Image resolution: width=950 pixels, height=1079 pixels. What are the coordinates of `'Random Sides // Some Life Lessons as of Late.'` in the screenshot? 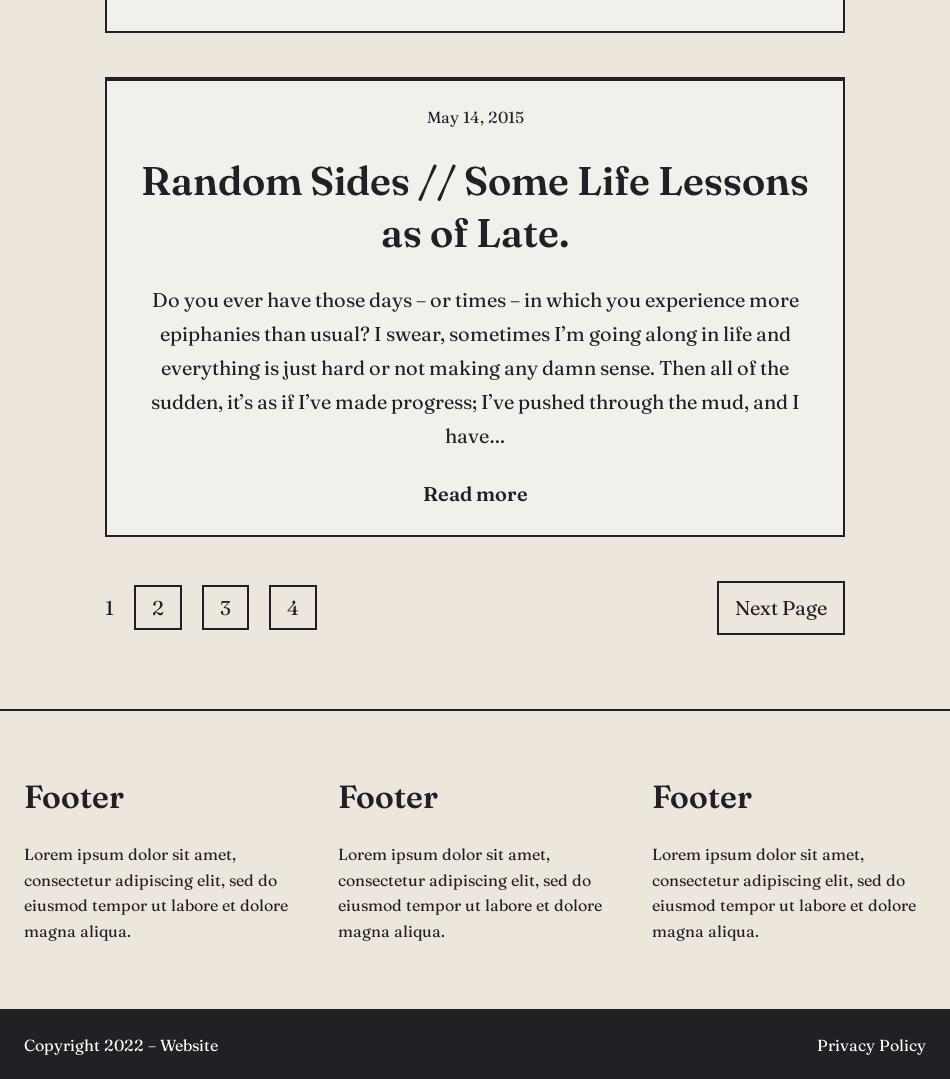 It's located at (475, 205).